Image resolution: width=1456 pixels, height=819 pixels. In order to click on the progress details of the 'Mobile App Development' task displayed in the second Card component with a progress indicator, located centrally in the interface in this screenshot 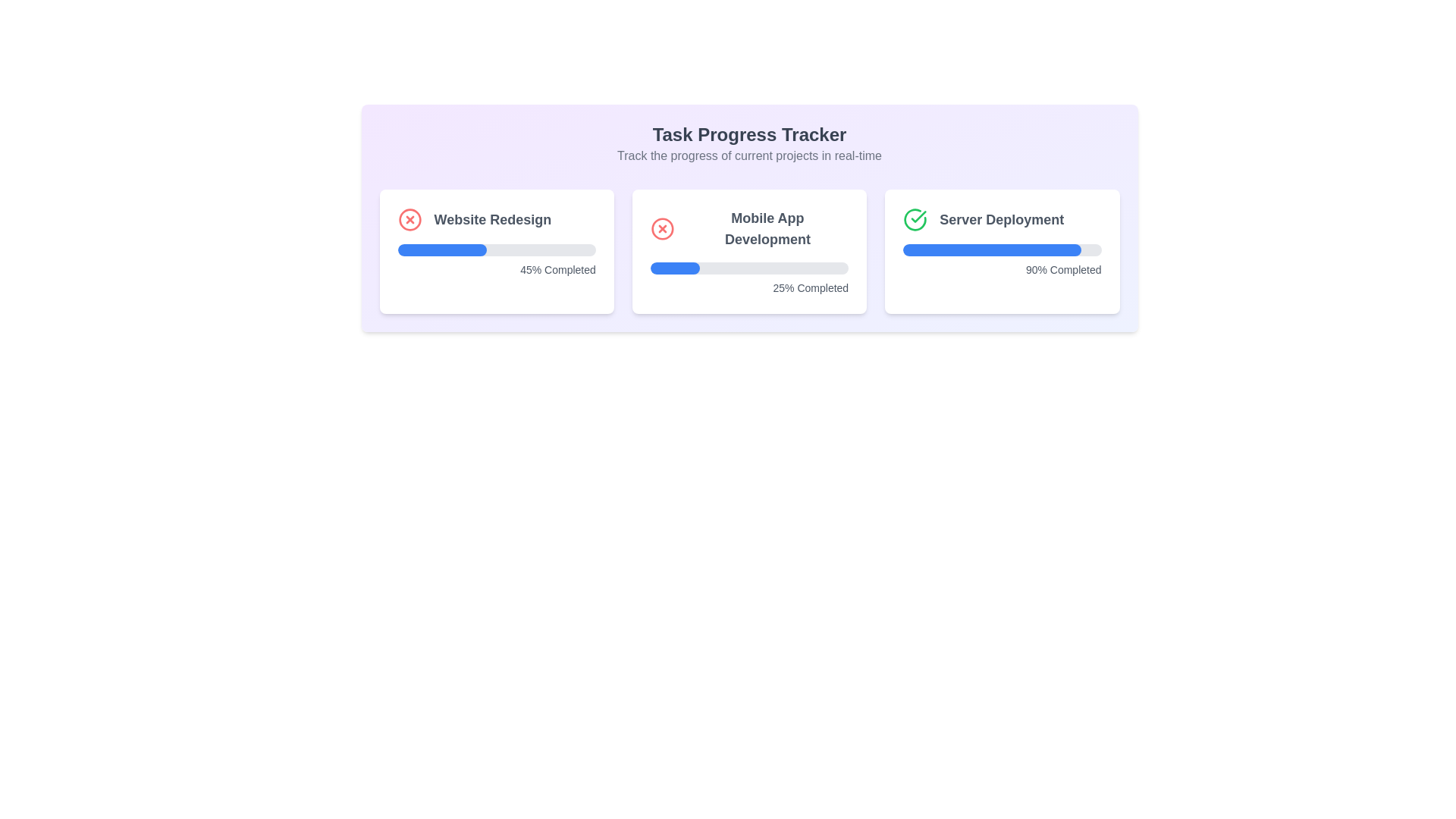, I will do `click(749, 250)`.